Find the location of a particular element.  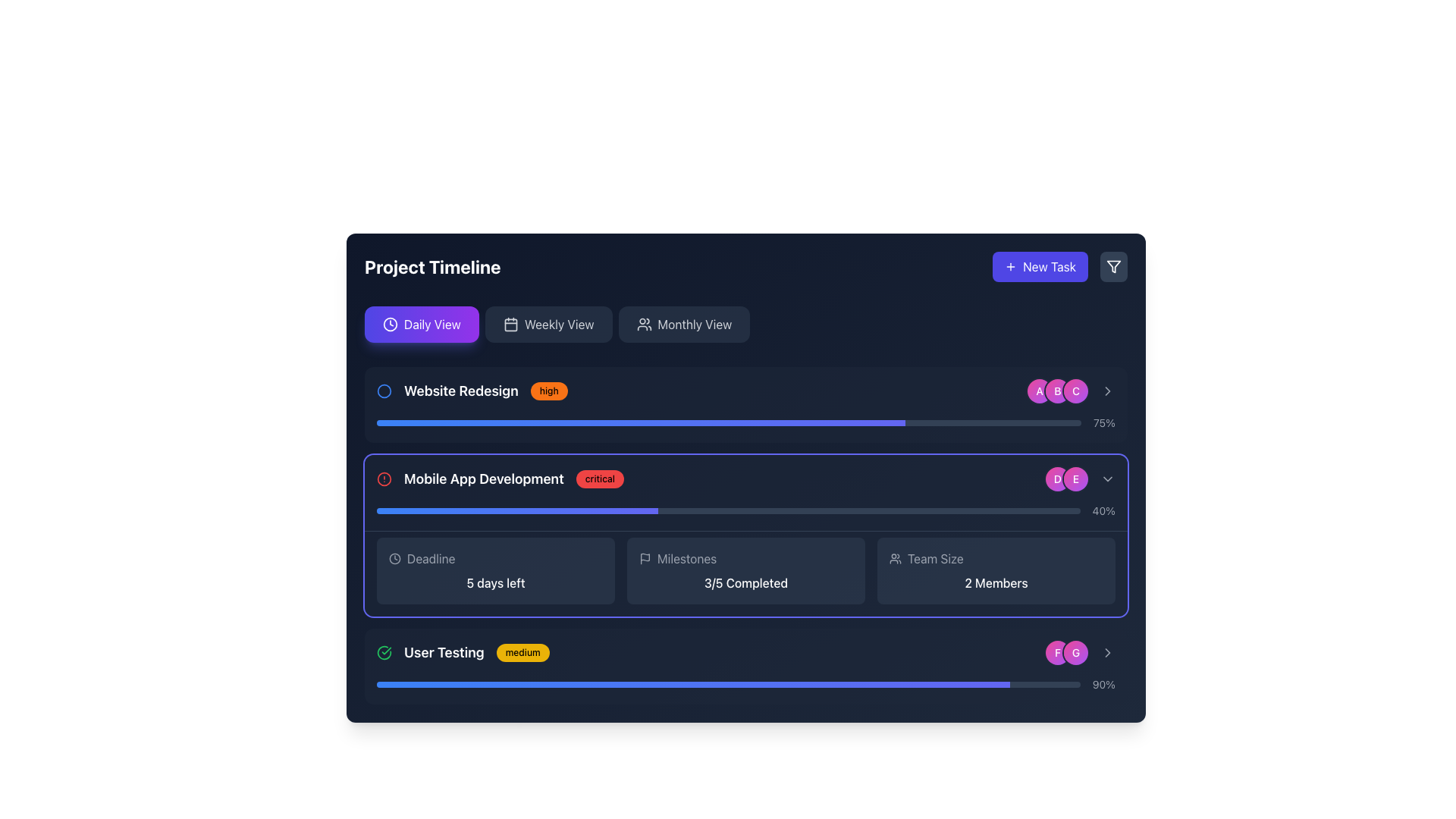

the static text displaying '75%' which is aligned with a horizontal progress bar and located on a dark background is located at coordinates (1104, 423).